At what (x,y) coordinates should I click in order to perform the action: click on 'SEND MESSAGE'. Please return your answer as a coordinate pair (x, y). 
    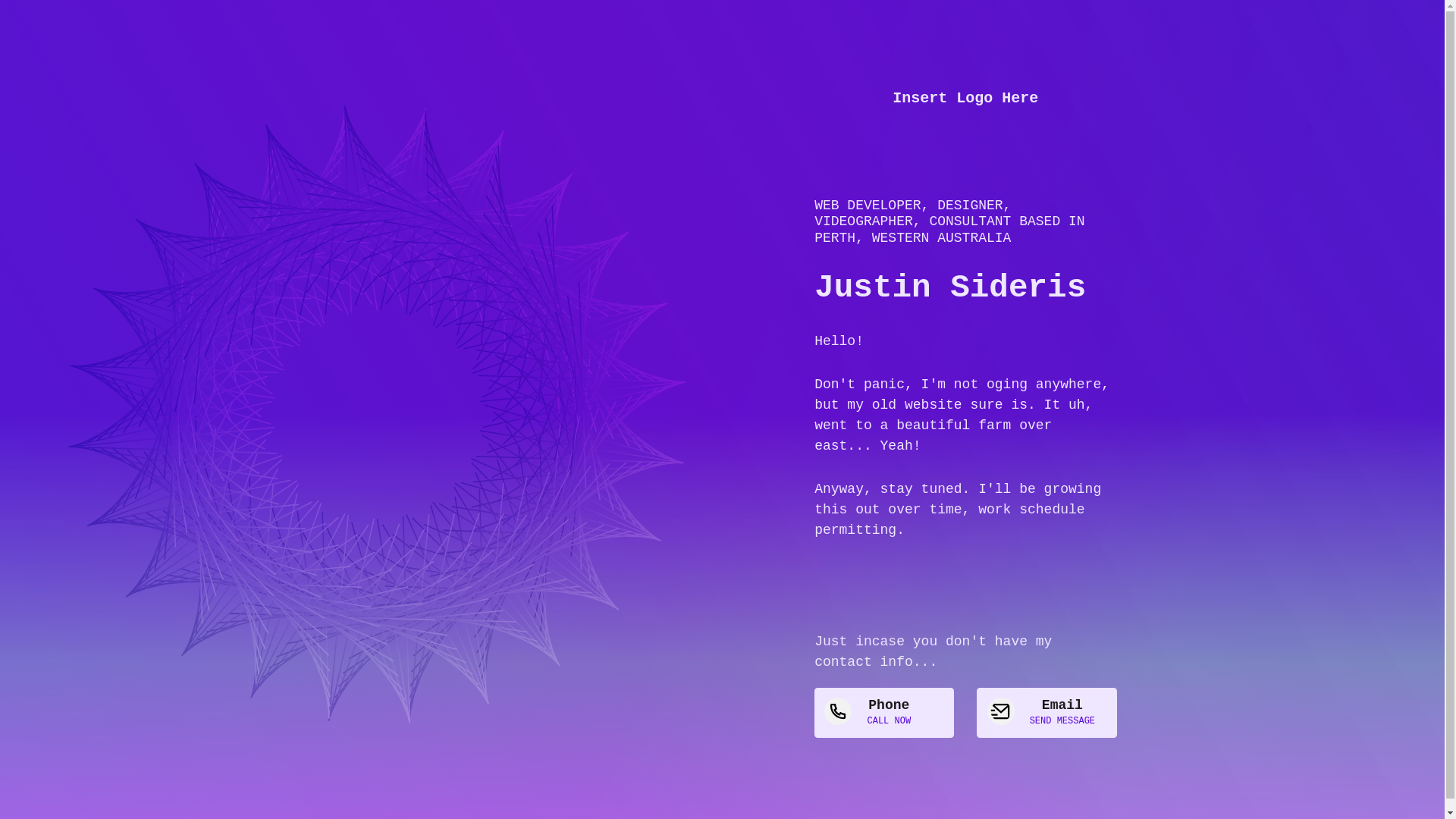
    Looking at the image, I should click on (1030, 720).